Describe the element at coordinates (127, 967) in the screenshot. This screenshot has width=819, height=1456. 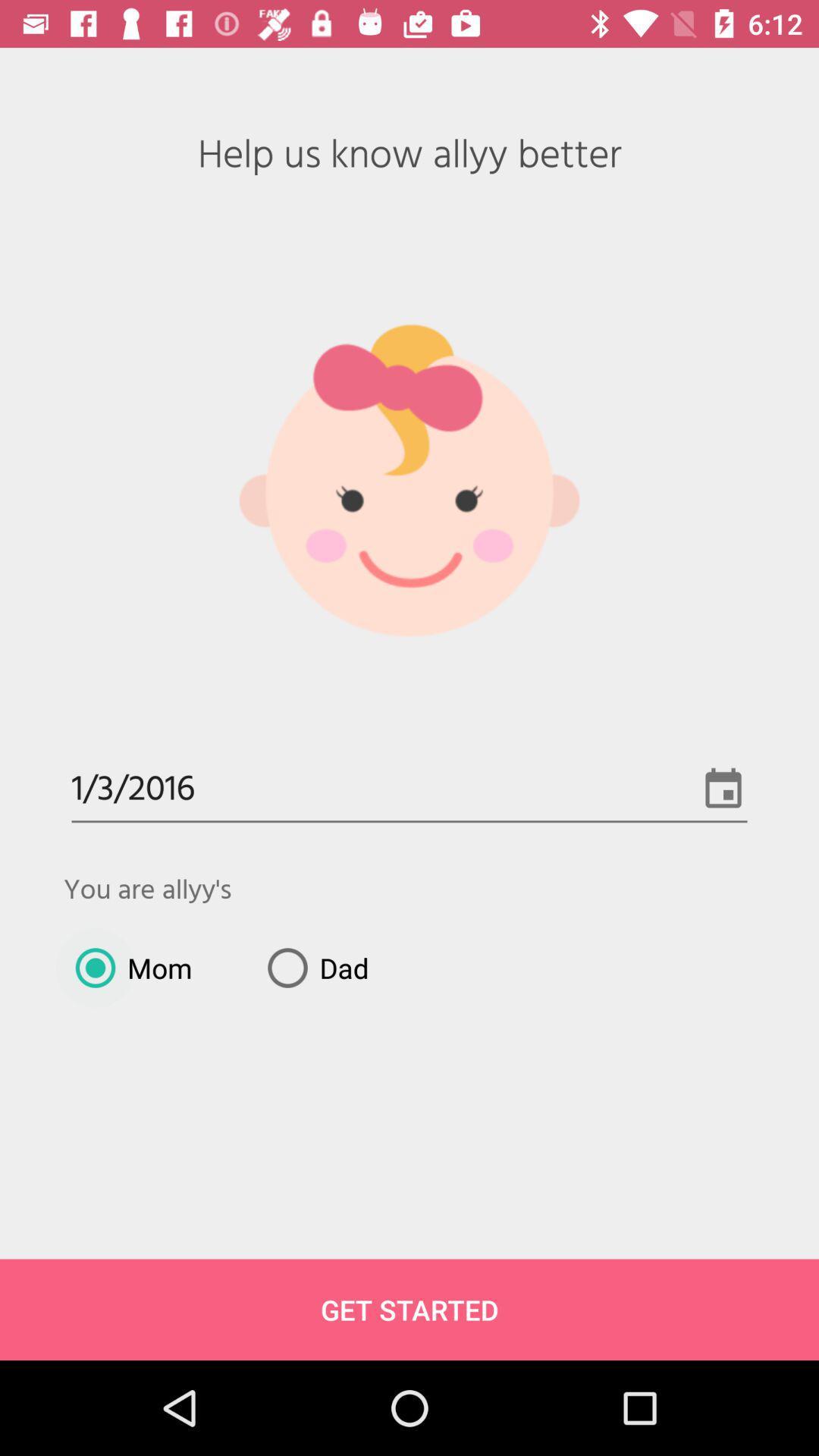
I see `the icon on the left` at that location.